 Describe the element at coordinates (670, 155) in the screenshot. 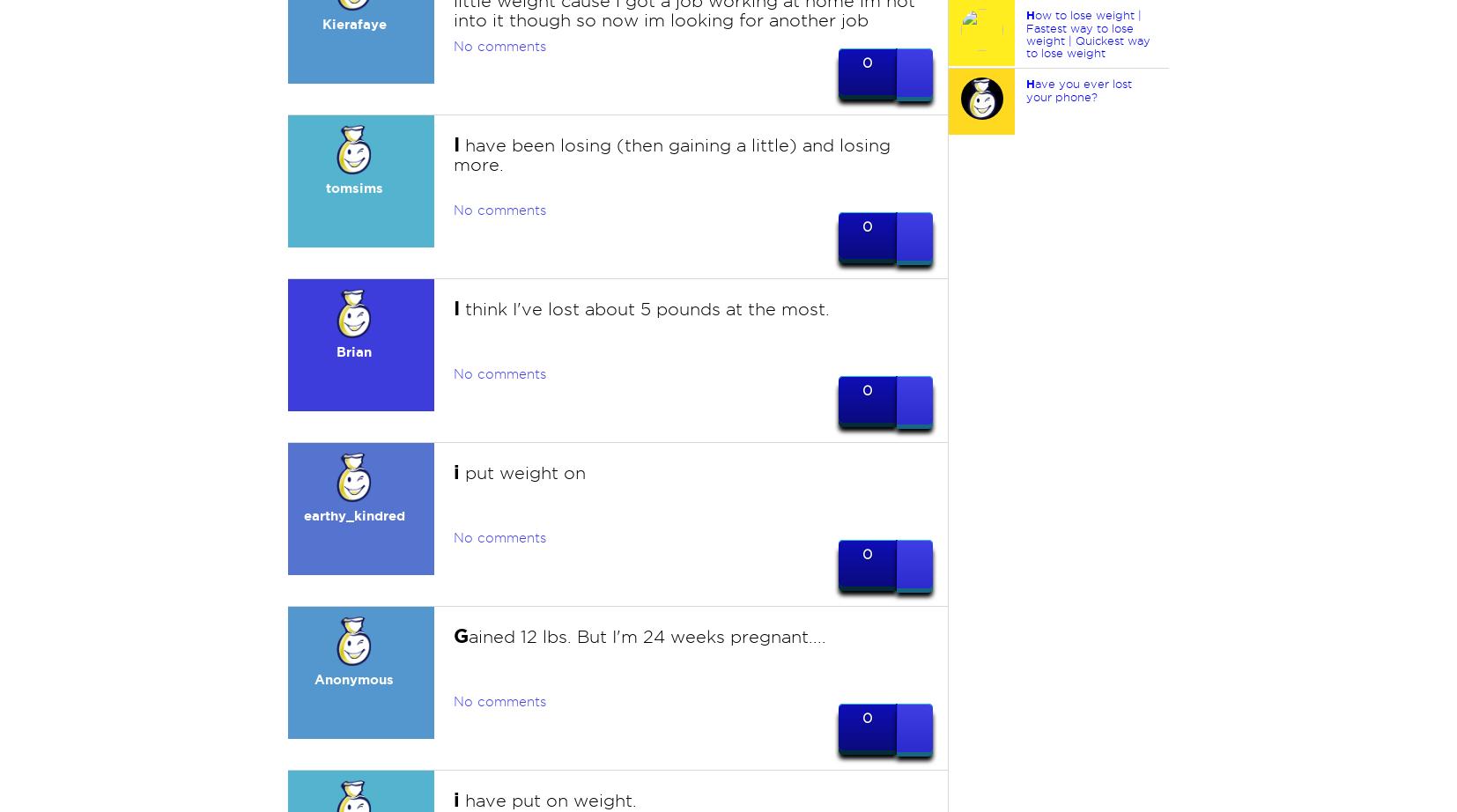

I see `'have been losing (then gaining a little) and losing more.'` at that location.